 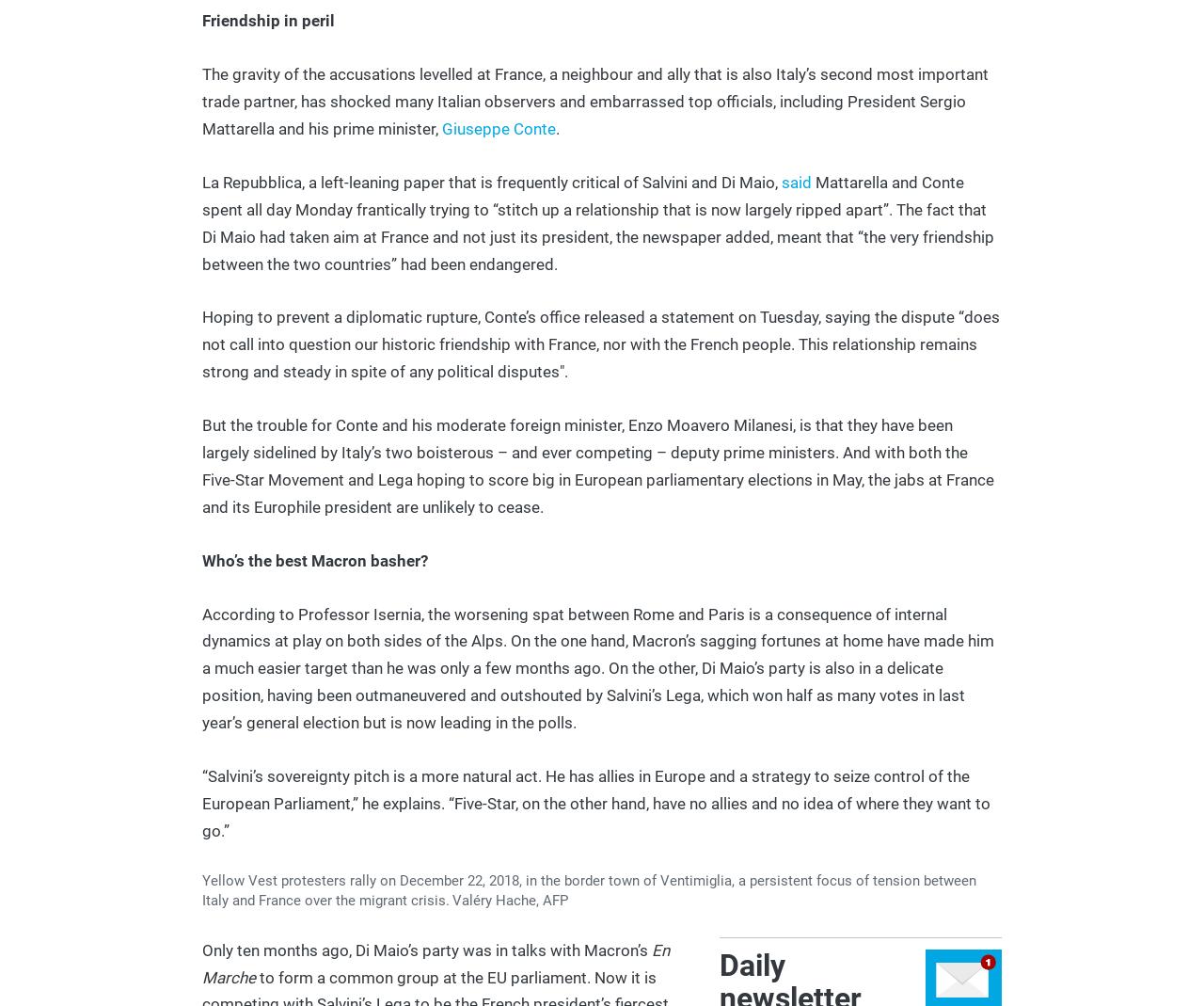 What do you see at coordinates (597, 667) in the screenshot?
I see `'According to Professor Isernia, the worsening spat between Rome and Paris is a consequence of internal dynamics at play on both sides of the Alps. On the one hand, Macron’s sagging fortunes at home have made him a much easier target than he was only a few months ago. On the other, Di Maio’s party is also in a delicate position, having been outmaneuvered and outshouted by Salvini’s Lega, which won half as many votes in last year’s general election but is now leading in the polls.'` at bounding box center [597, 667].